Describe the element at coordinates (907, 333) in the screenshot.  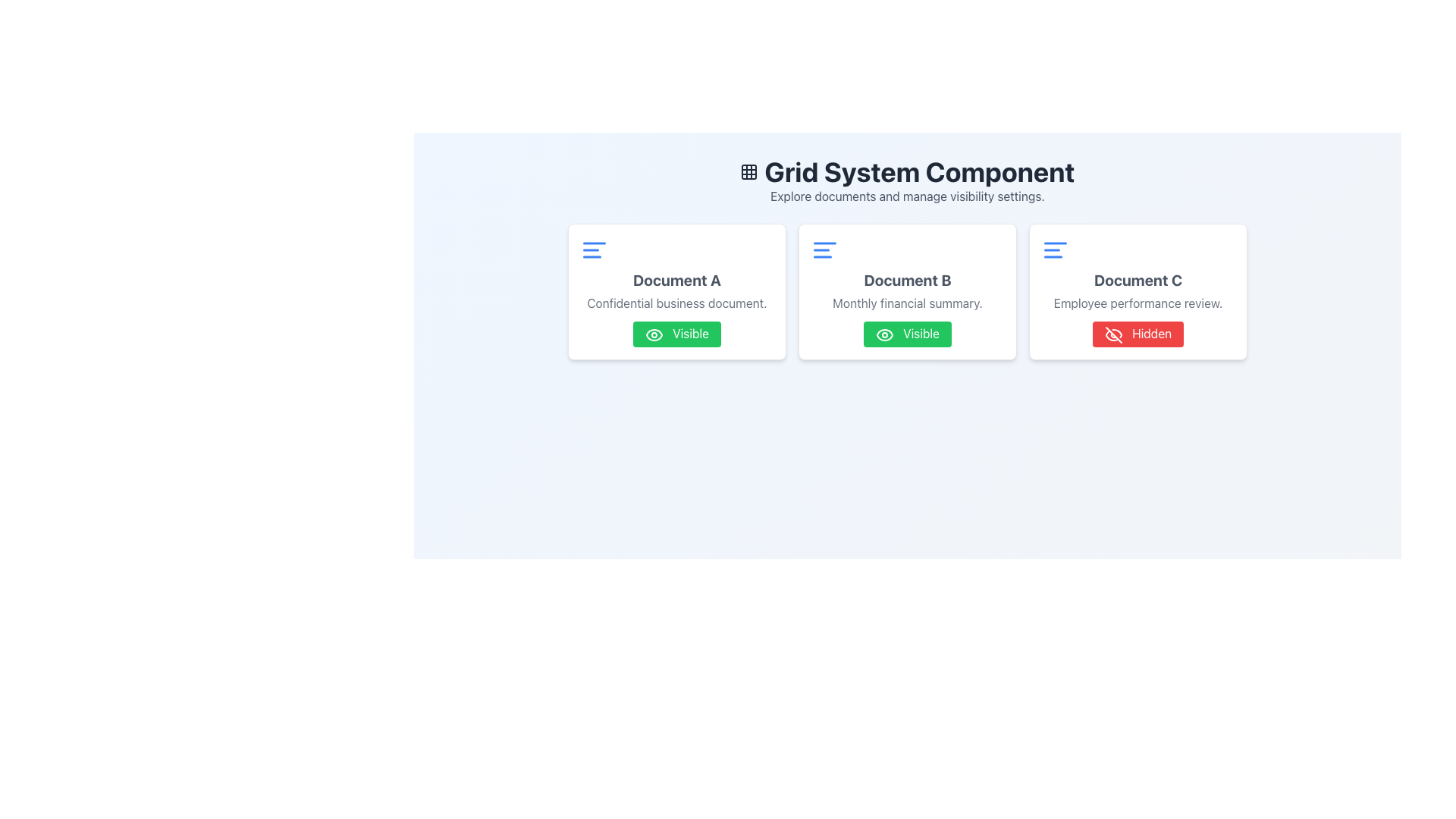
I see `the green button labeled 'Visible' with an eye icon to interact` at that location.